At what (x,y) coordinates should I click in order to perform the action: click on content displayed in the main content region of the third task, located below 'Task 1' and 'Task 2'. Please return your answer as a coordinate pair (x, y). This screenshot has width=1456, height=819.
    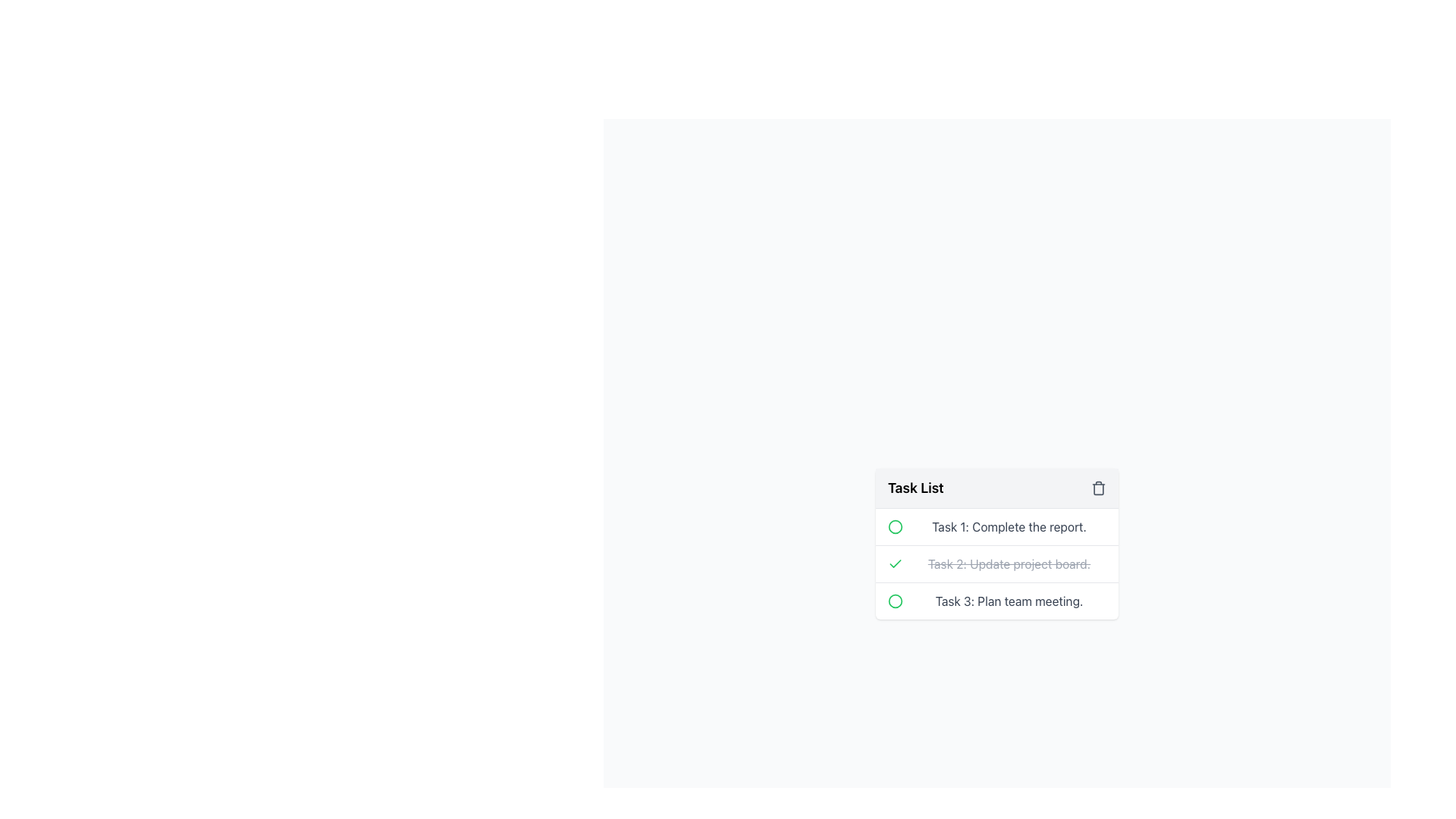
    Looking at the image, I should click on (1009, 599).